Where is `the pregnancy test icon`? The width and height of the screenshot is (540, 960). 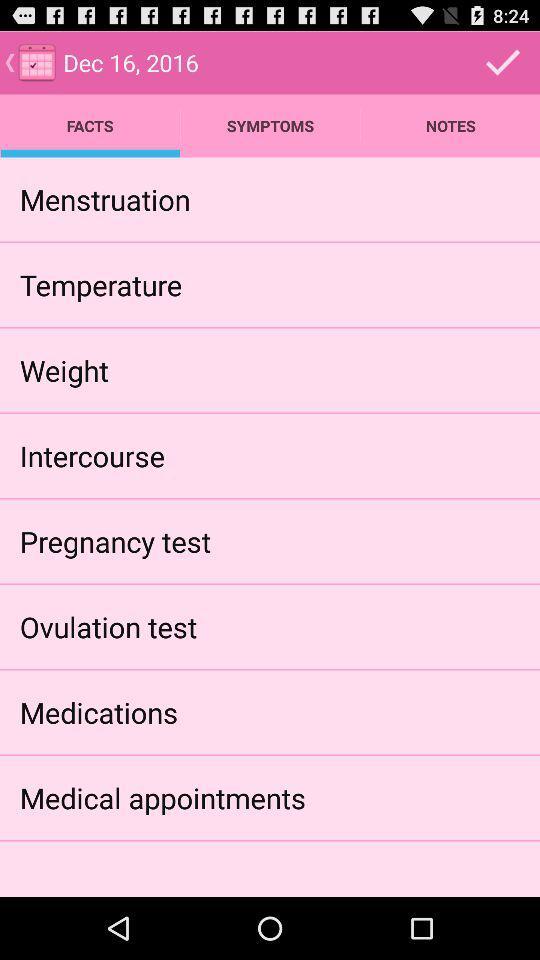
the pregnancy test icon is located at coordinates (115, 541).